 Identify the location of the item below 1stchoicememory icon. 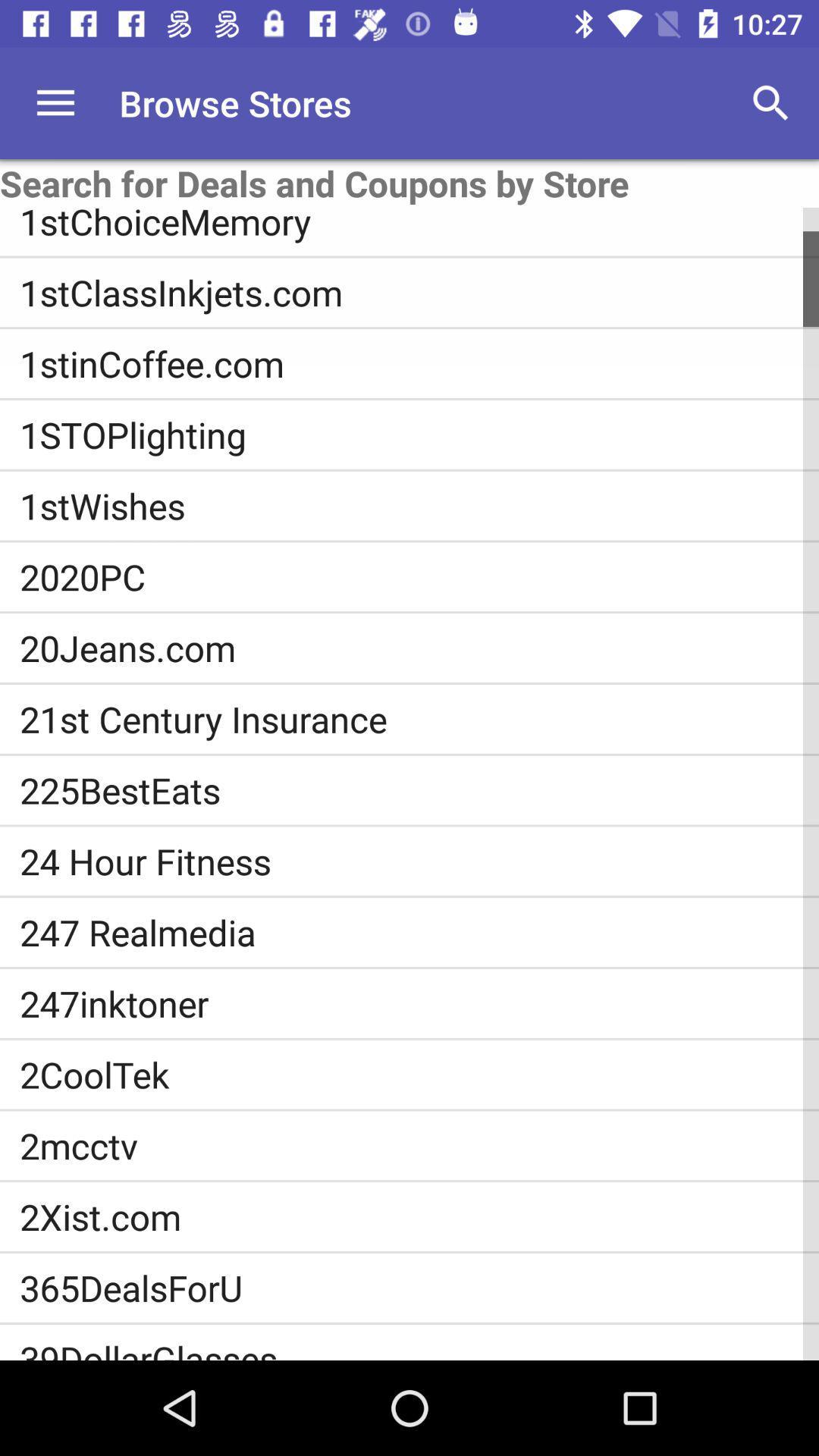
(419, 292).